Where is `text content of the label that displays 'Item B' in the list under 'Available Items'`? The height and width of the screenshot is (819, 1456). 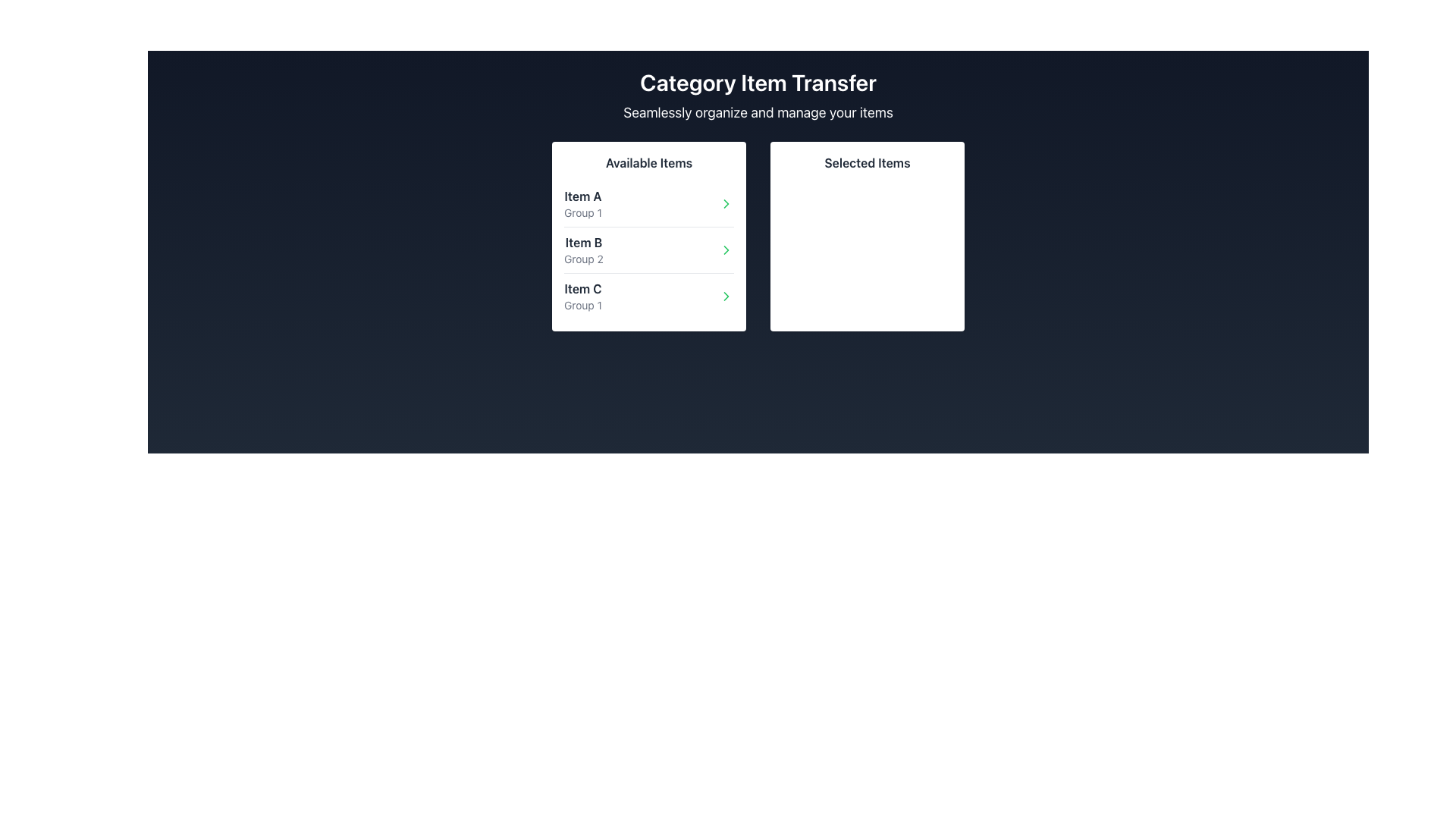
text content of the label that displays 'Item B' in the list under 'Available Items' is located at coordinates (582, 242).